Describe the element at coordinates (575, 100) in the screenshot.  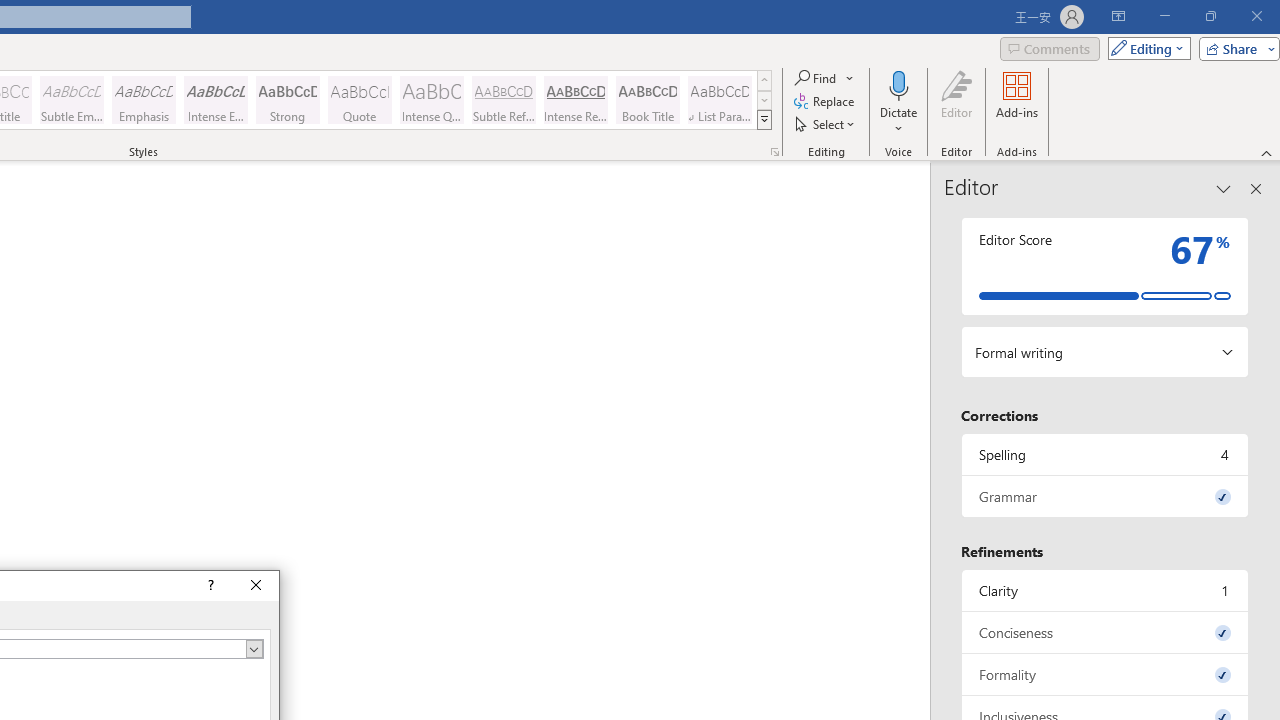
I see `'Intense Reference'` at that location.